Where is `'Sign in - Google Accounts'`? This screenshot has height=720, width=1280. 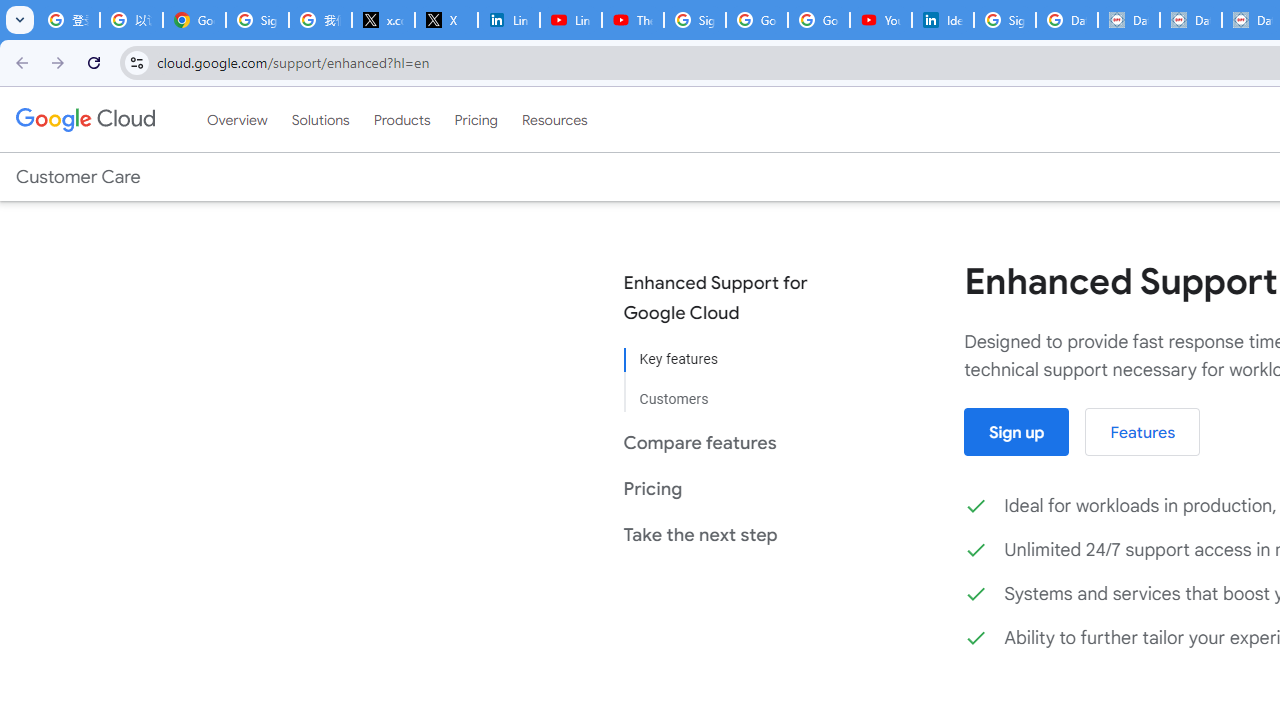 'Sign in - Google Accounts' is located at coordinates (256, 20).